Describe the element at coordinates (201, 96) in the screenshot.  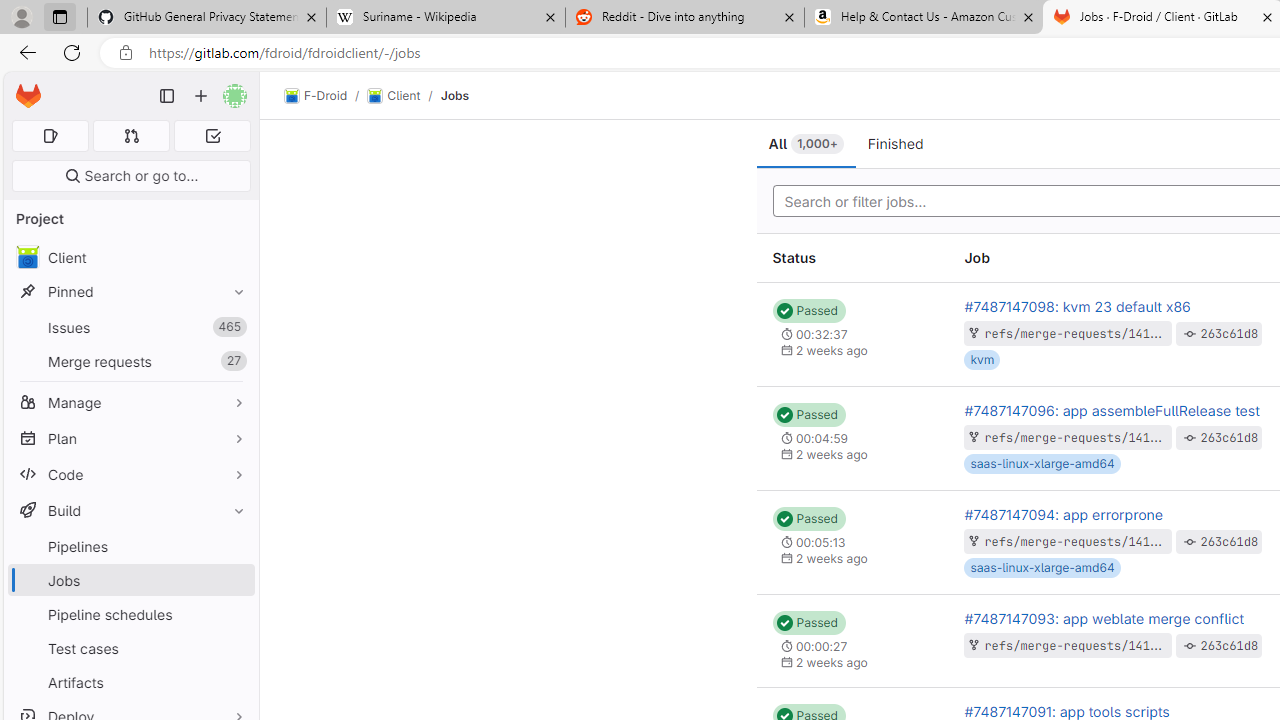
I see `'Create new...'` at that location.